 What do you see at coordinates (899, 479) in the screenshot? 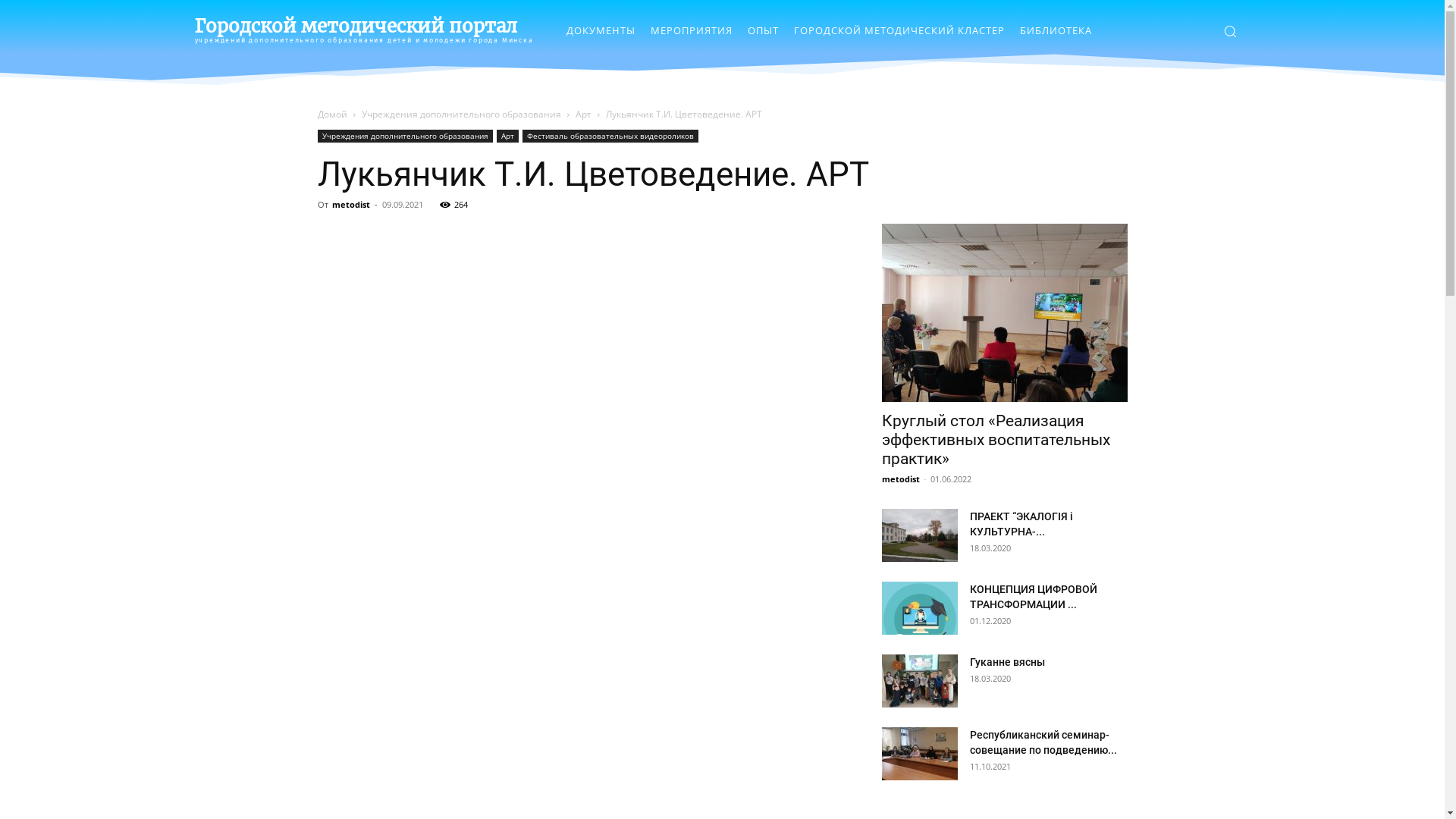
I see `'metodist'` at bounding box center [899, 479].